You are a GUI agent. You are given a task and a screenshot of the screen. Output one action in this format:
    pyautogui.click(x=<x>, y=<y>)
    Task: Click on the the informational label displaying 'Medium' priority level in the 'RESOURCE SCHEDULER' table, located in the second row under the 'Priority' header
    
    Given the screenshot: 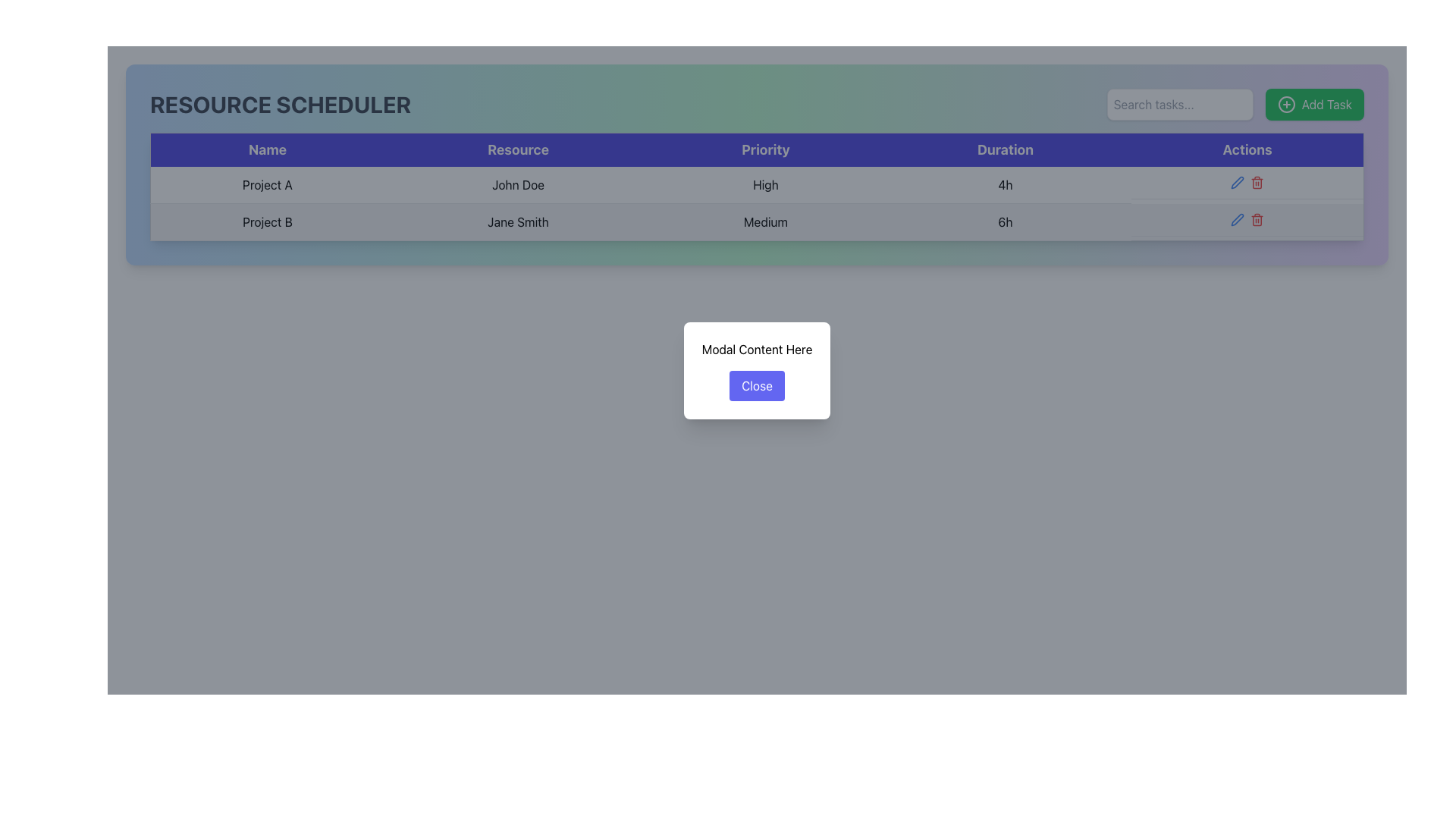 What is the action you would take?
    pyautogui.click(x=765, y=222)
    